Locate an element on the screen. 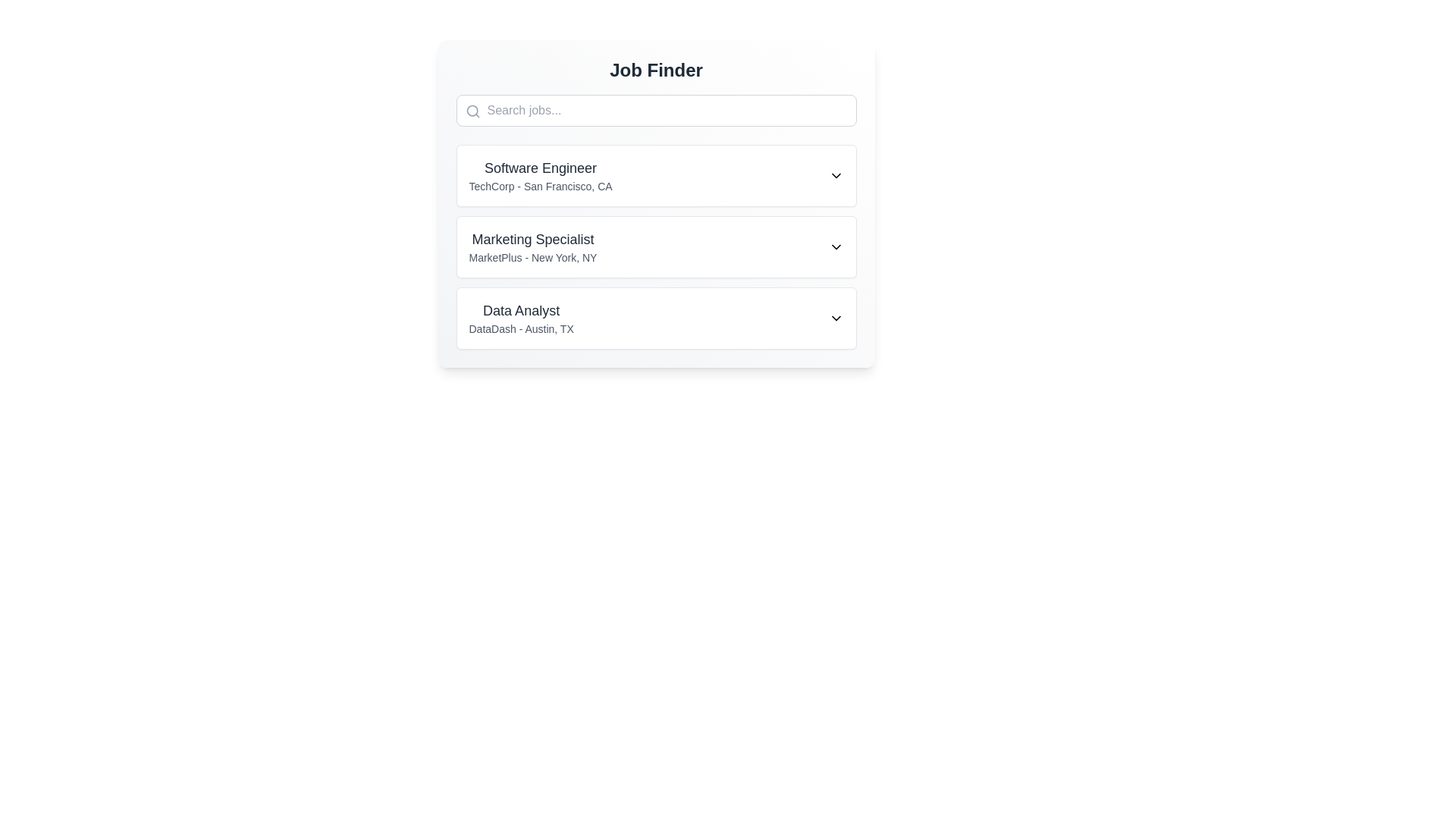 The image size is (1456, 819). the text label providing contextual information about the job listing for the employer and location, positioned below the title 'Software Engineer' is located at coordinates (541, 186).